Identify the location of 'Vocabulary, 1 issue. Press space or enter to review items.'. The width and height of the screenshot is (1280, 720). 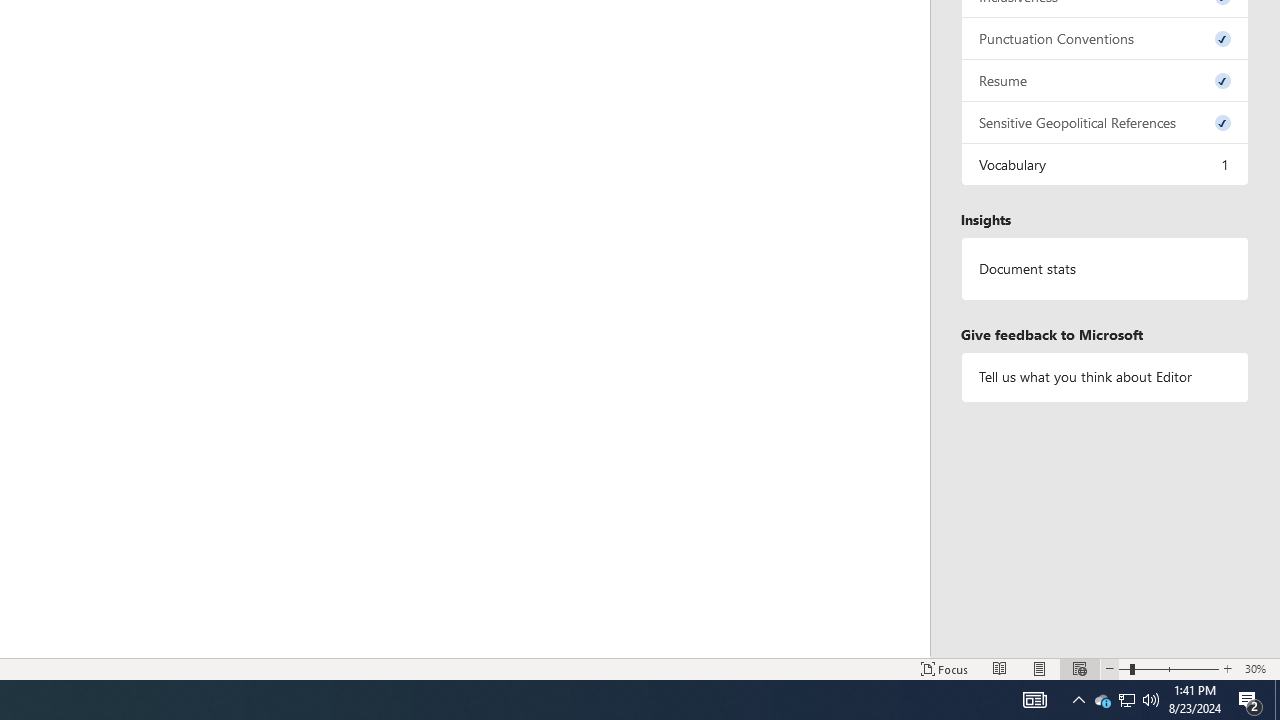
(1104, 163).